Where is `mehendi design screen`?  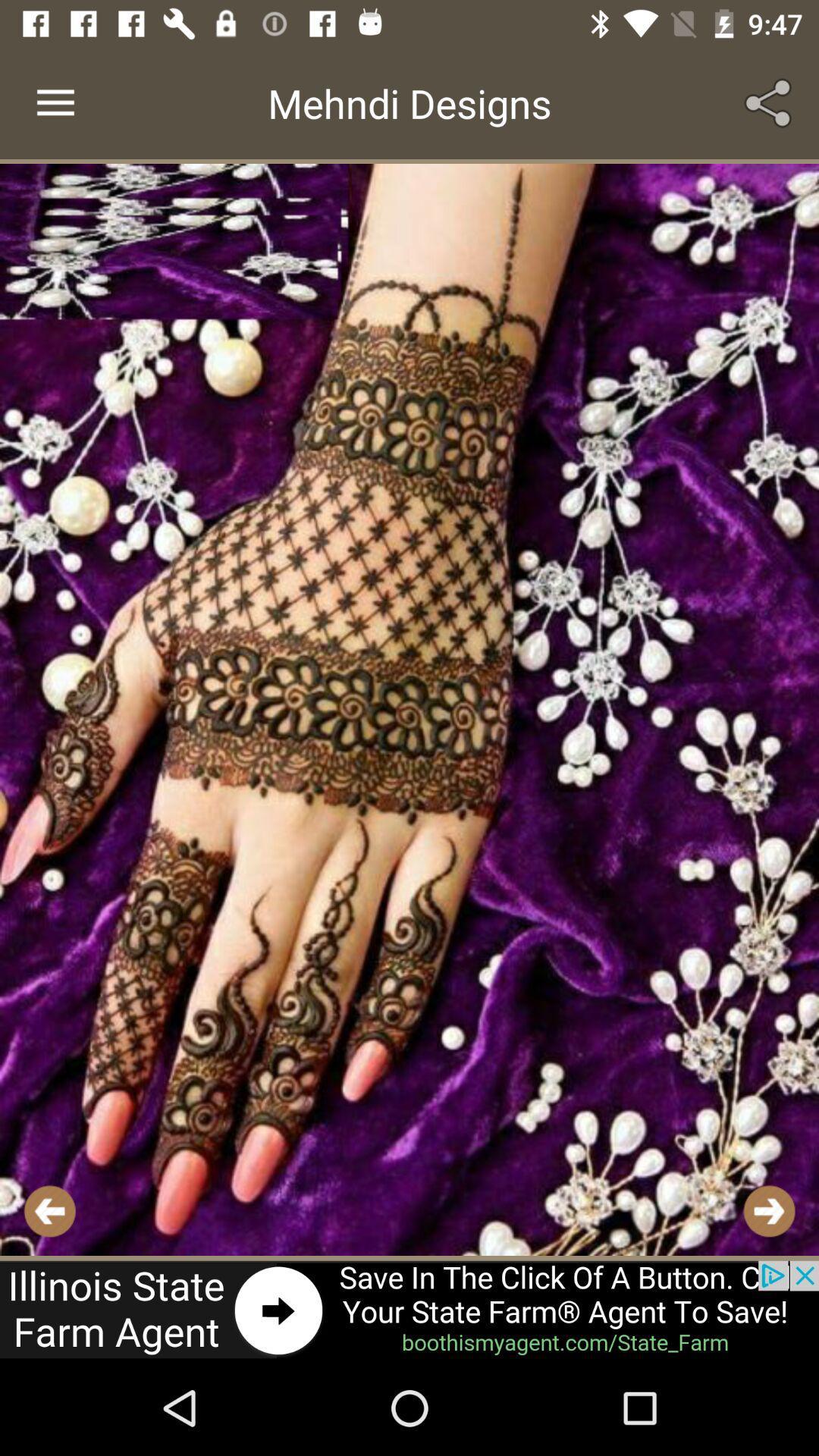 mehendi design screen is located at coordinates (409, 709).